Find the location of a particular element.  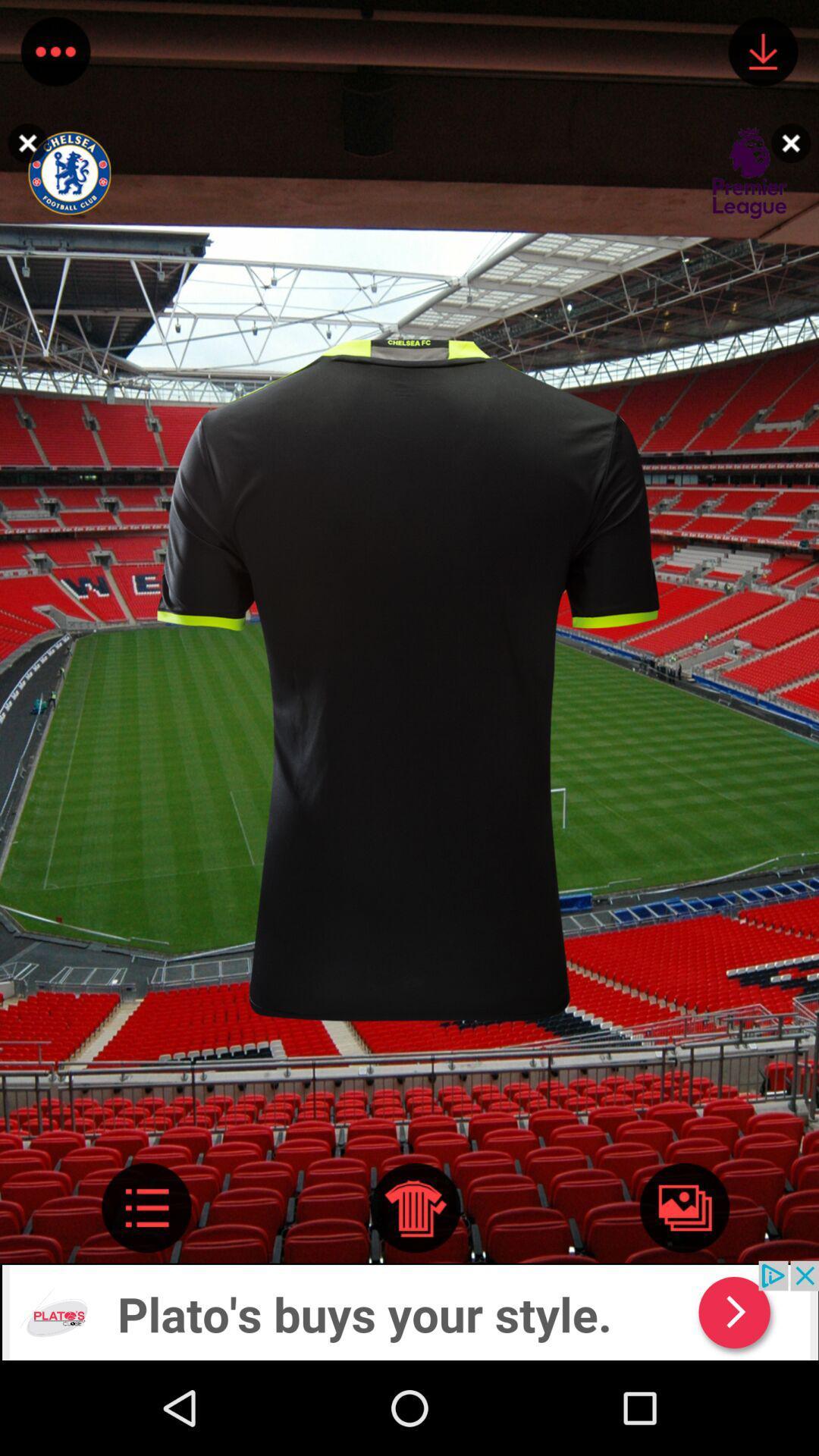

the close icon is located at coordinates (794, 143).